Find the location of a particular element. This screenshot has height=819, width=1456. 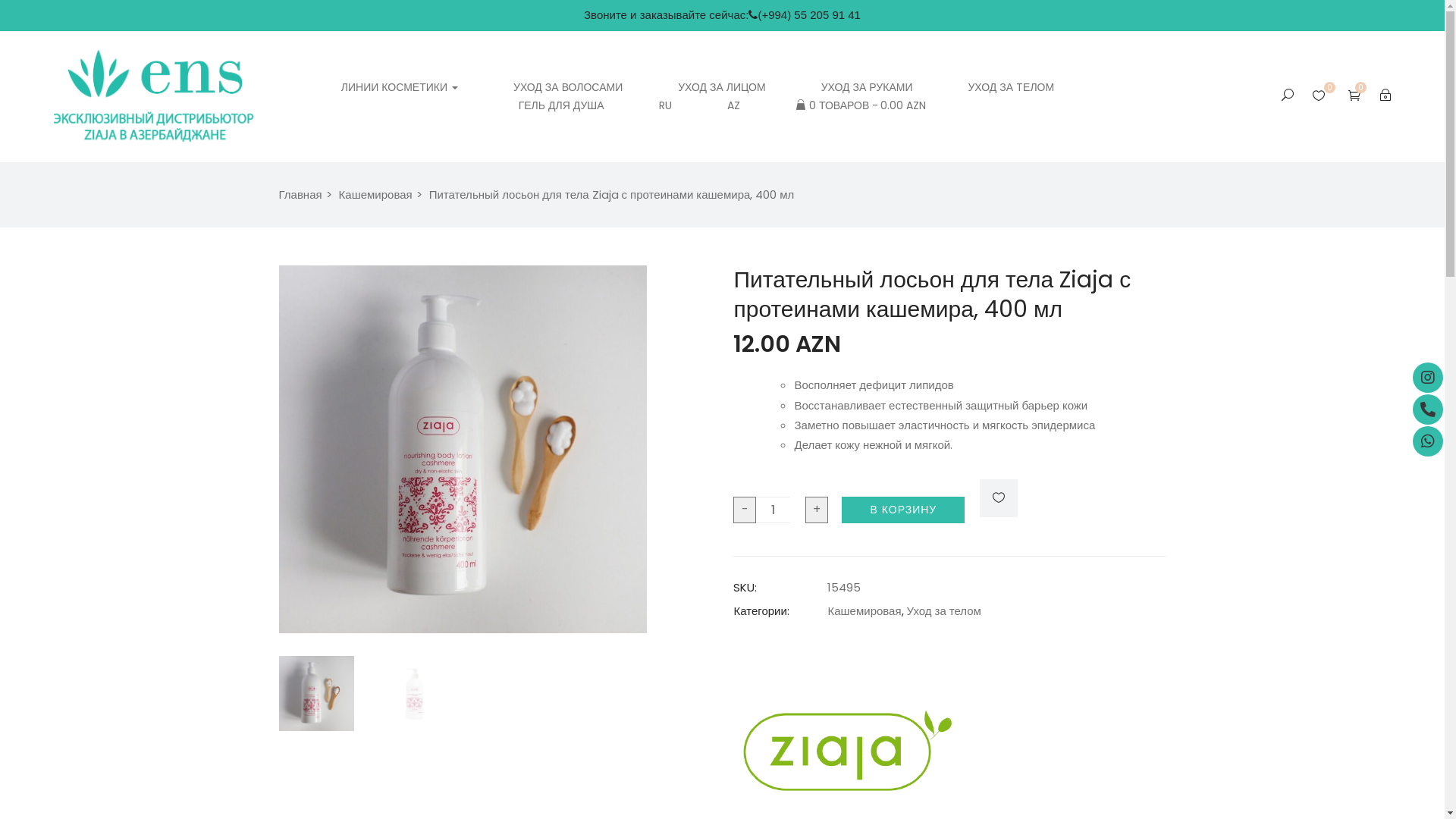

'0' is located at coordinates (1320, 96).